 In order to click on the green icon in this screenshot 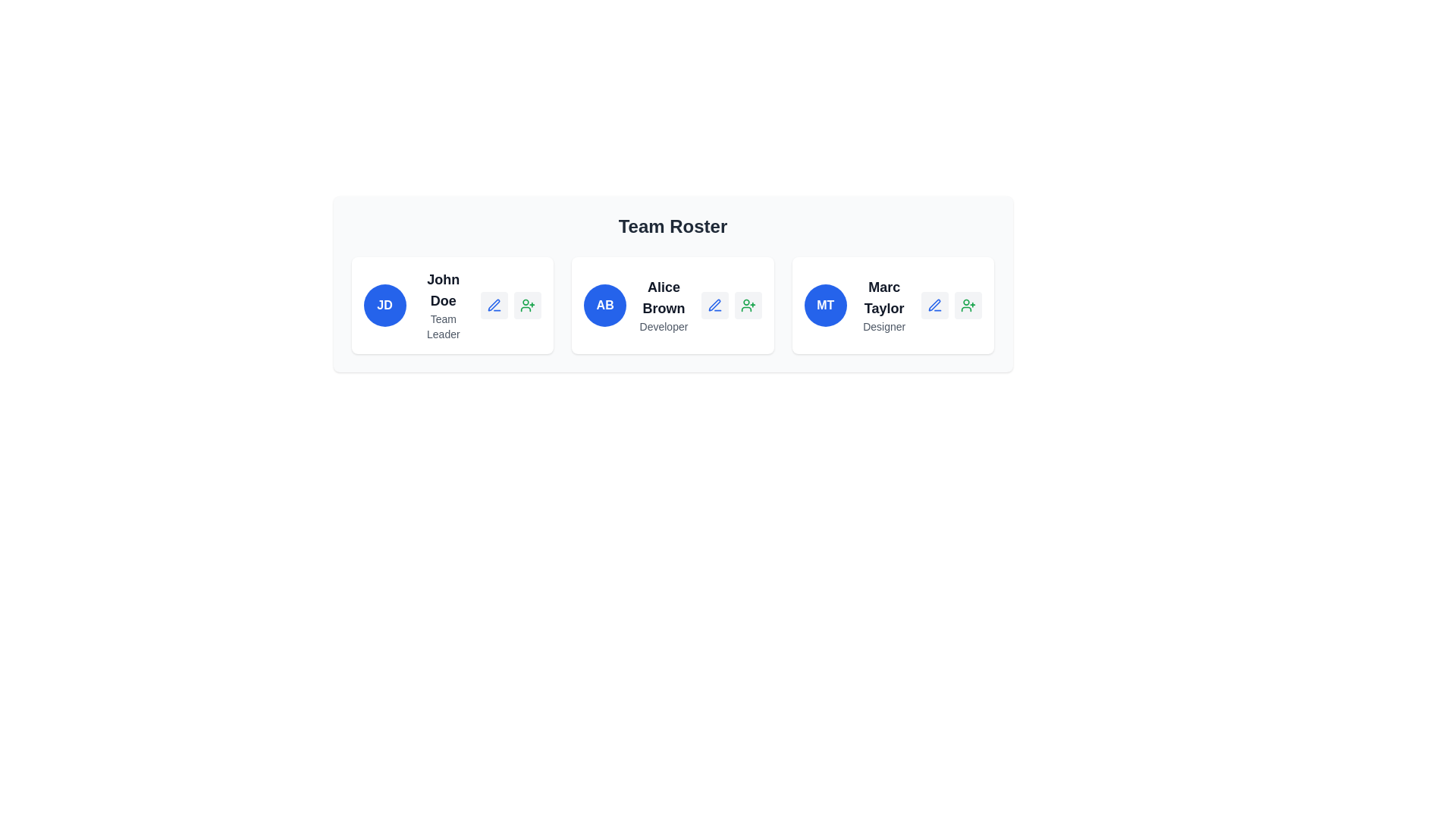, I will do `click(748, 305)`.